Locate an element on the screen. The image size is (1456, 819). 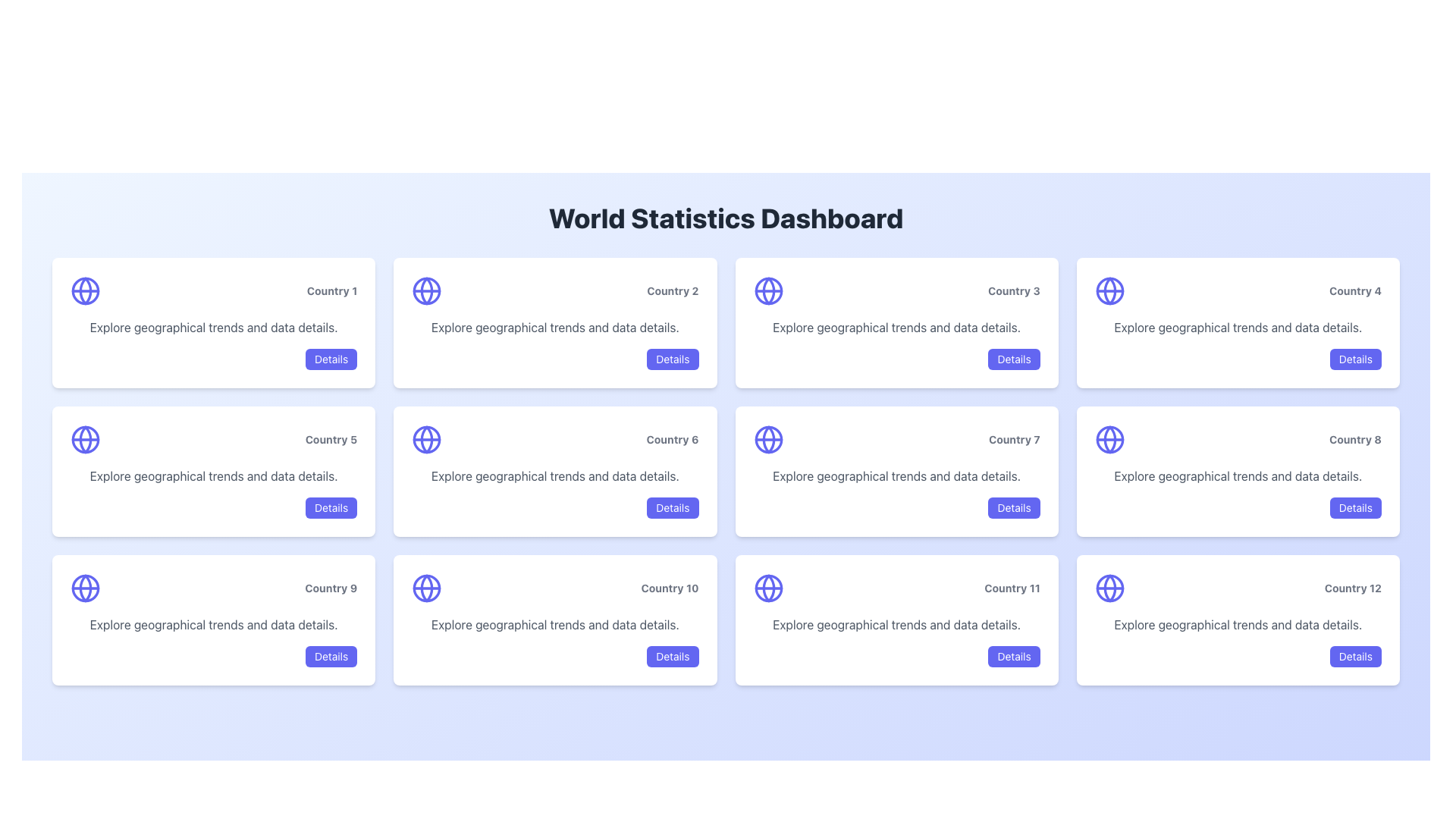
the decorative SVG Circle located in the 'Country 6' section of the globe icon at the top-left of the card is located at coordinates (426, 439).